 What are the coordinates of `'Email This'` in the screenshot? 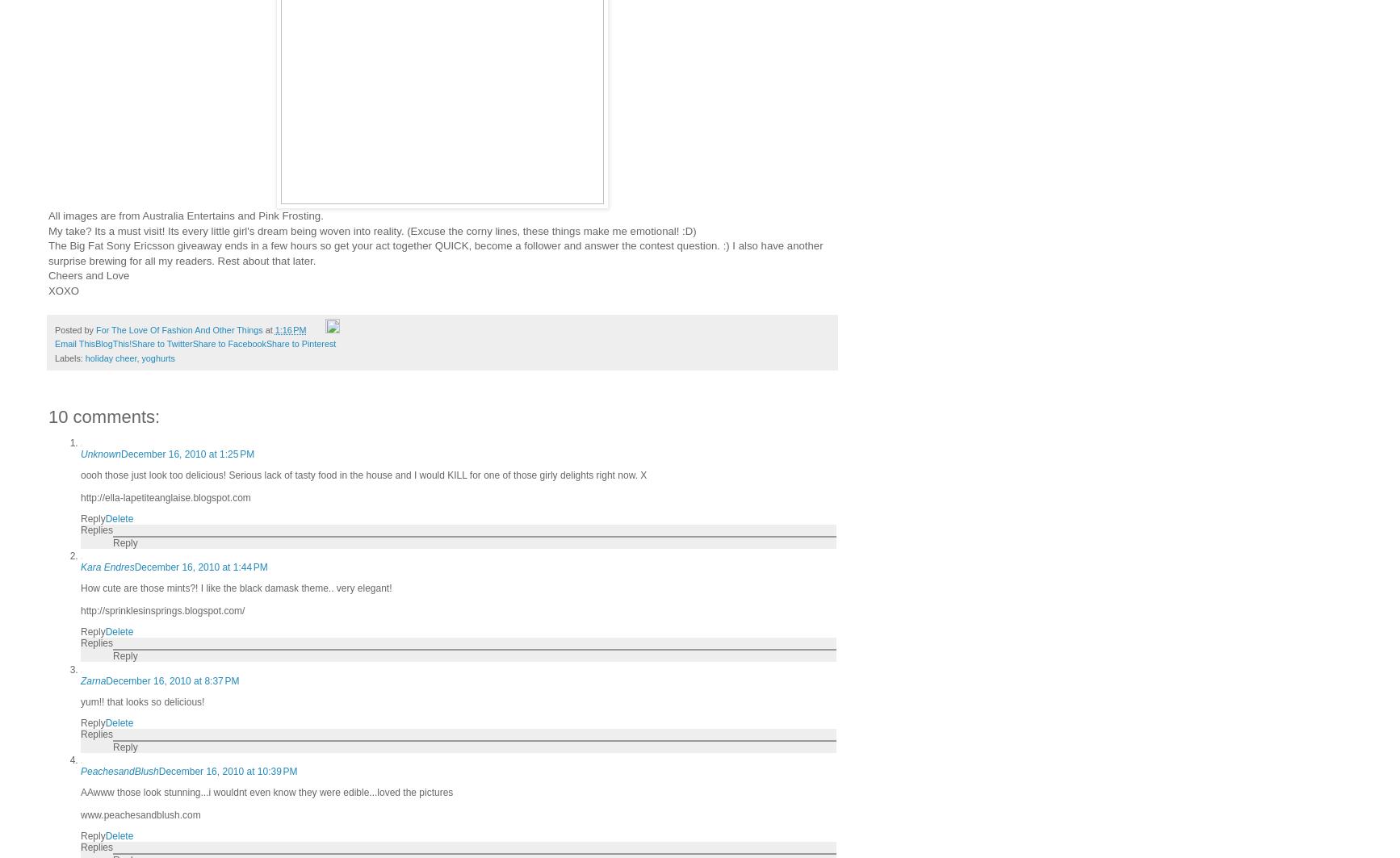 It's located at (74, 344).